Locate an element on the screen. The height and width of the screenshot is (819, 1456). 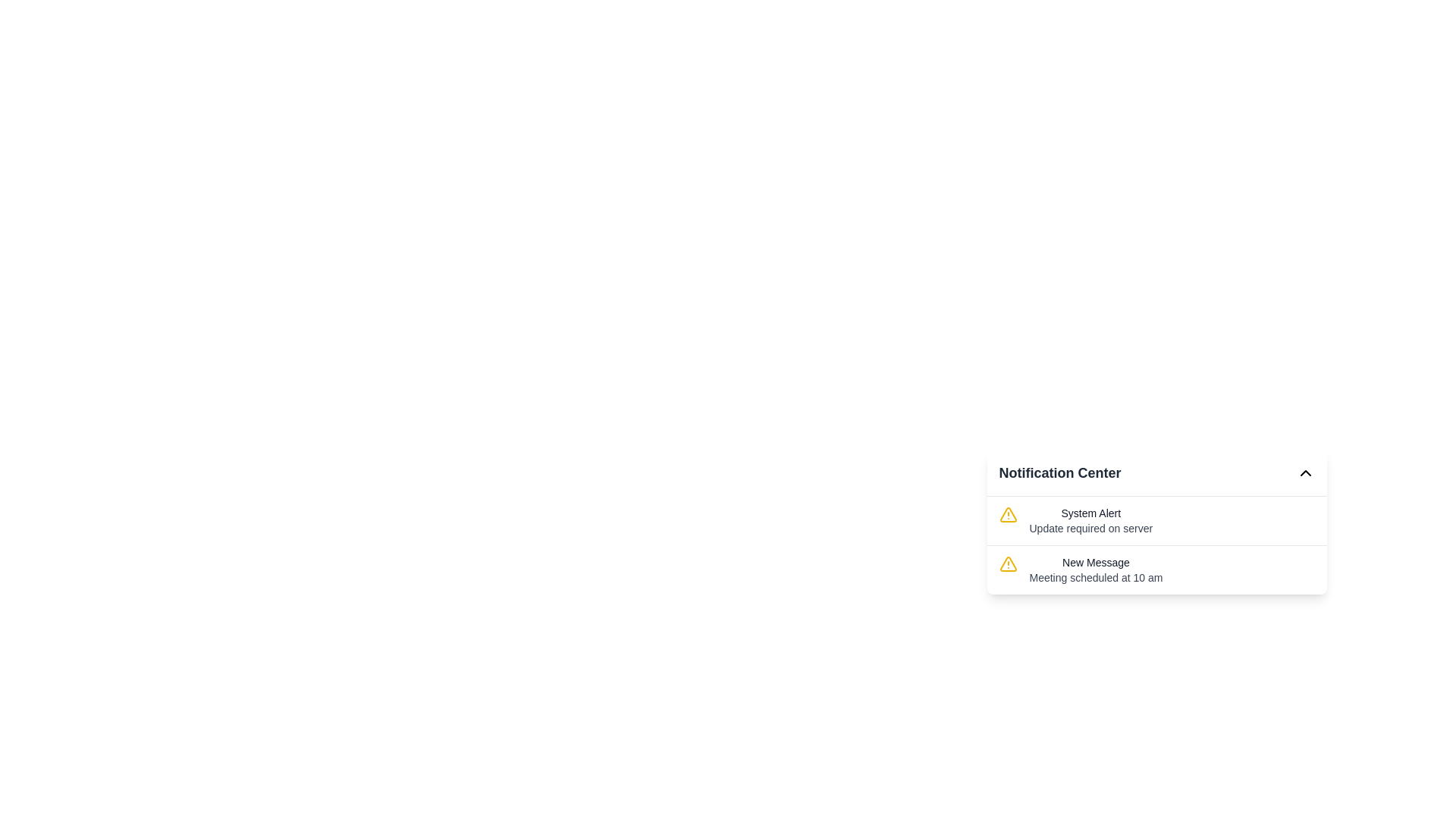
the 'Notification Center' text label, which is displayed in bold, large dark gray font at the top of the notification interface is located at coordinates (1059, 472).